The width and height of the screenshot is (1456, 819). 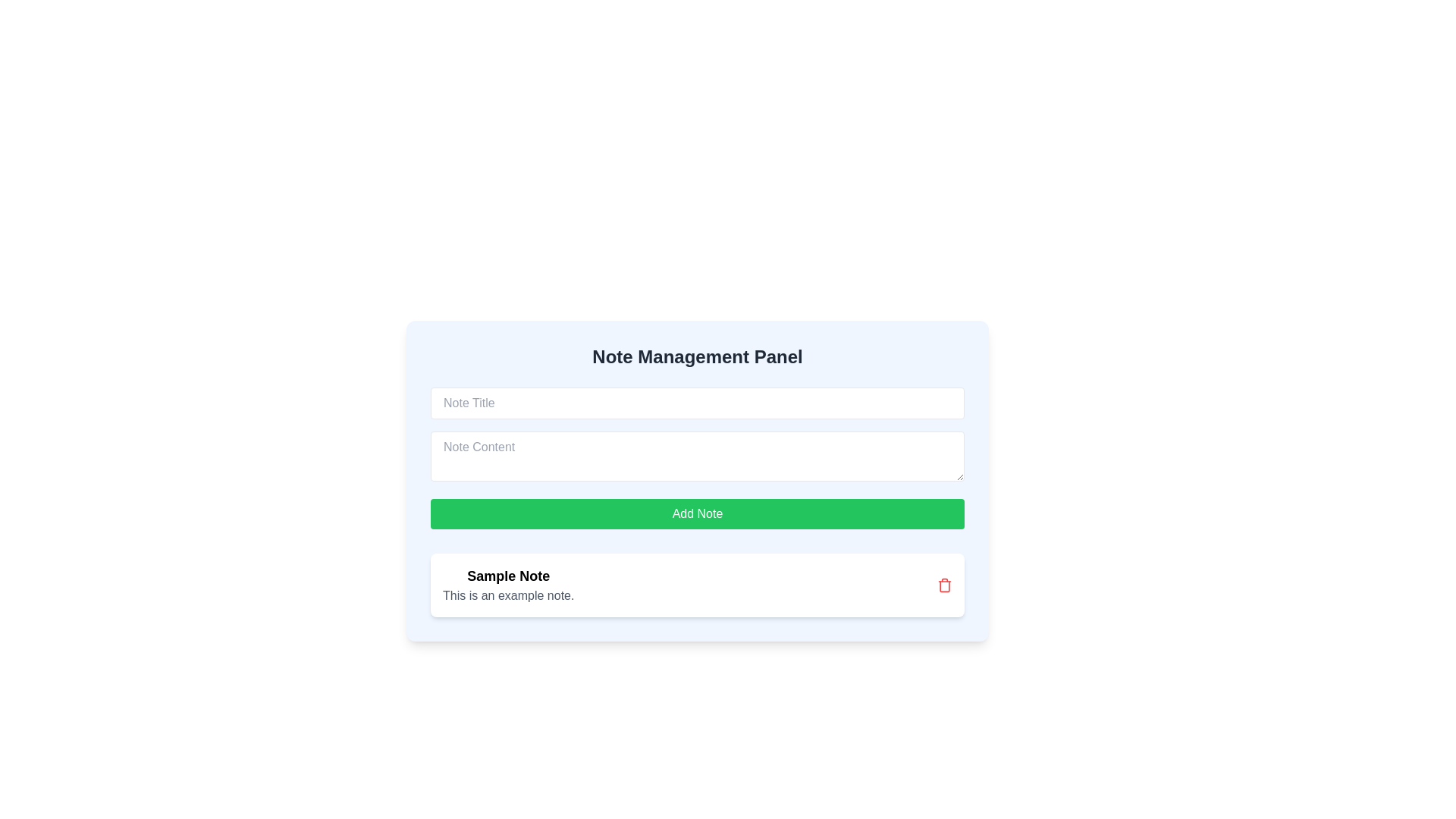 I want to click on the compound element containing the bolded text 'Sample Note' and the red delete icon, so click(x=697, y=584).